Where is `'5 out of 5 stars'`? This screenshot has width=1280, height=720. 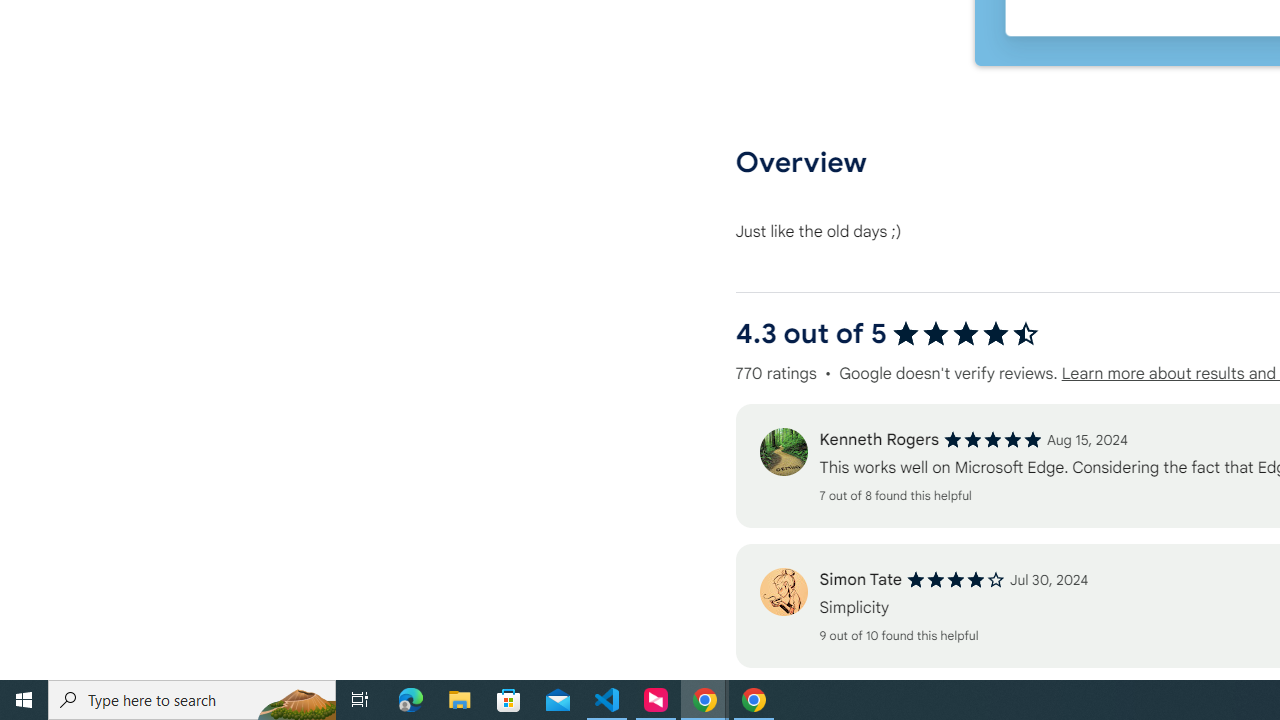 '5 out of 5 stars' is located at coordinates (992, 439).